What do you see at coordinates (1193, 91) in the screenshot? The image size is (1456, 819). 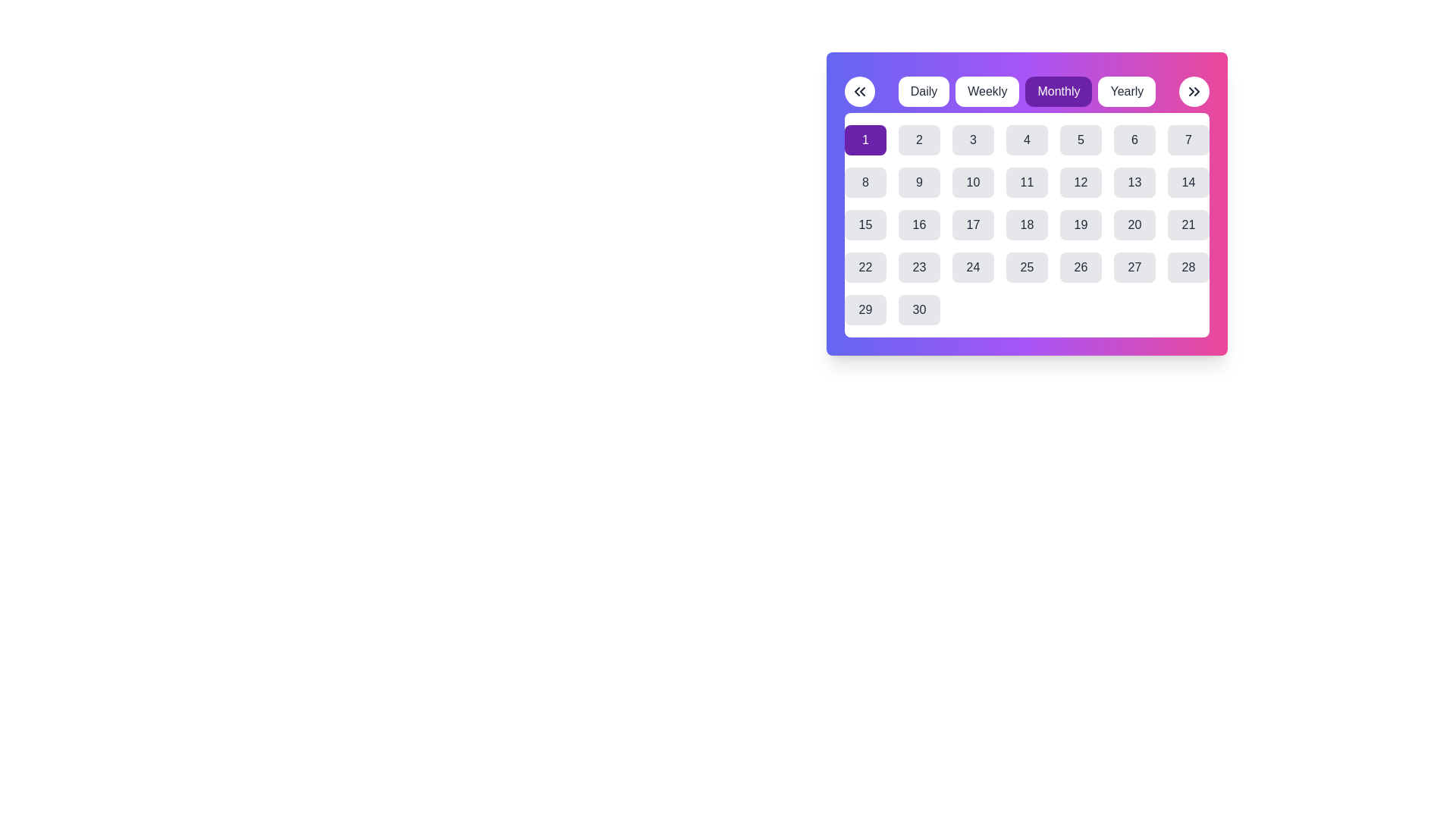 I see `the double-chevron icon located within the circular button at the top-right corner of the calendar widget` at bounding box center [1193, 91].